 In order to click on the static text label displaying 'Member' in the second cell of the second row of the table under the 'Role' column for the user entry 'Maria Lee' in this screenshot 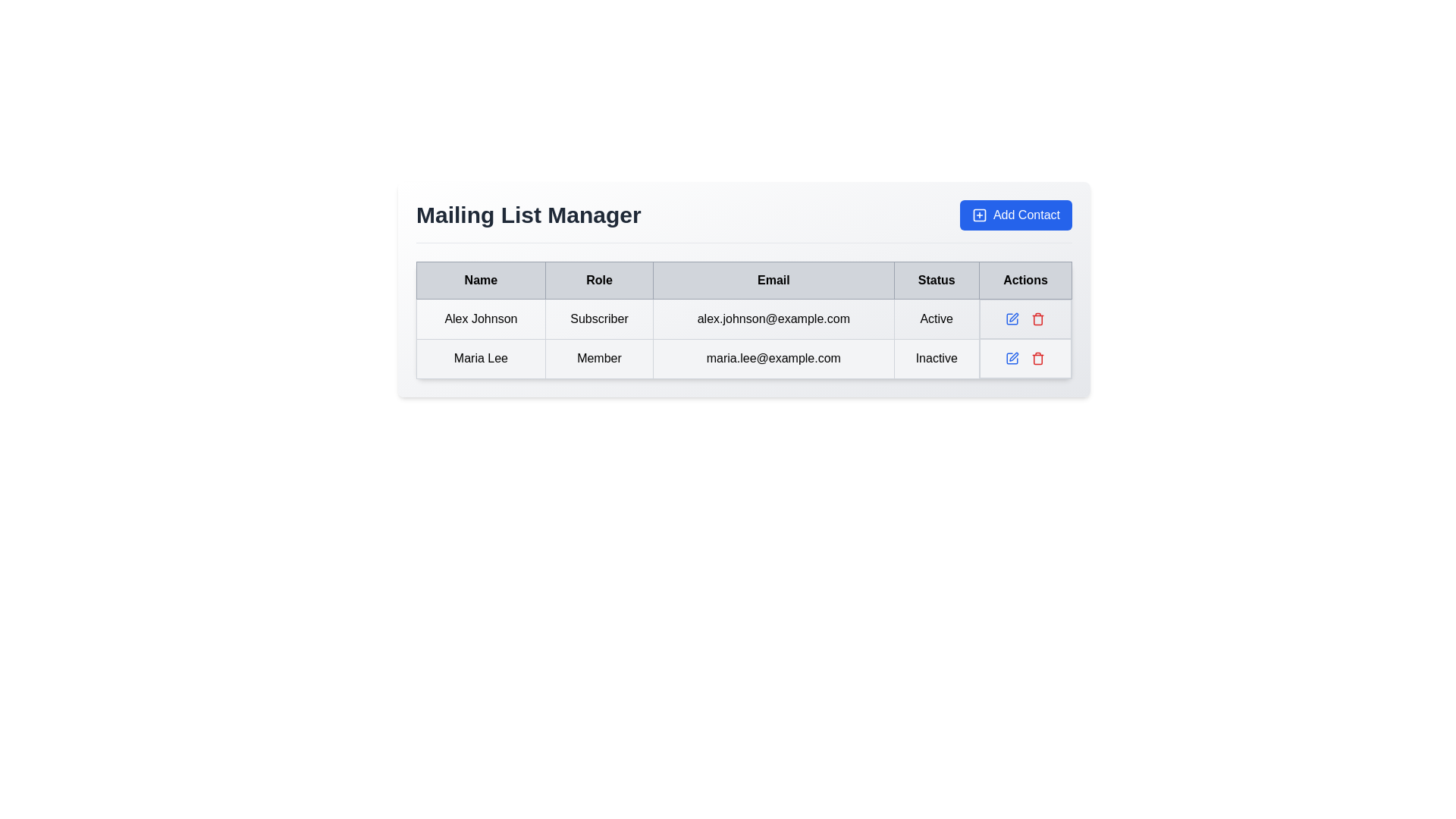, I will do `click(598, 359)`.